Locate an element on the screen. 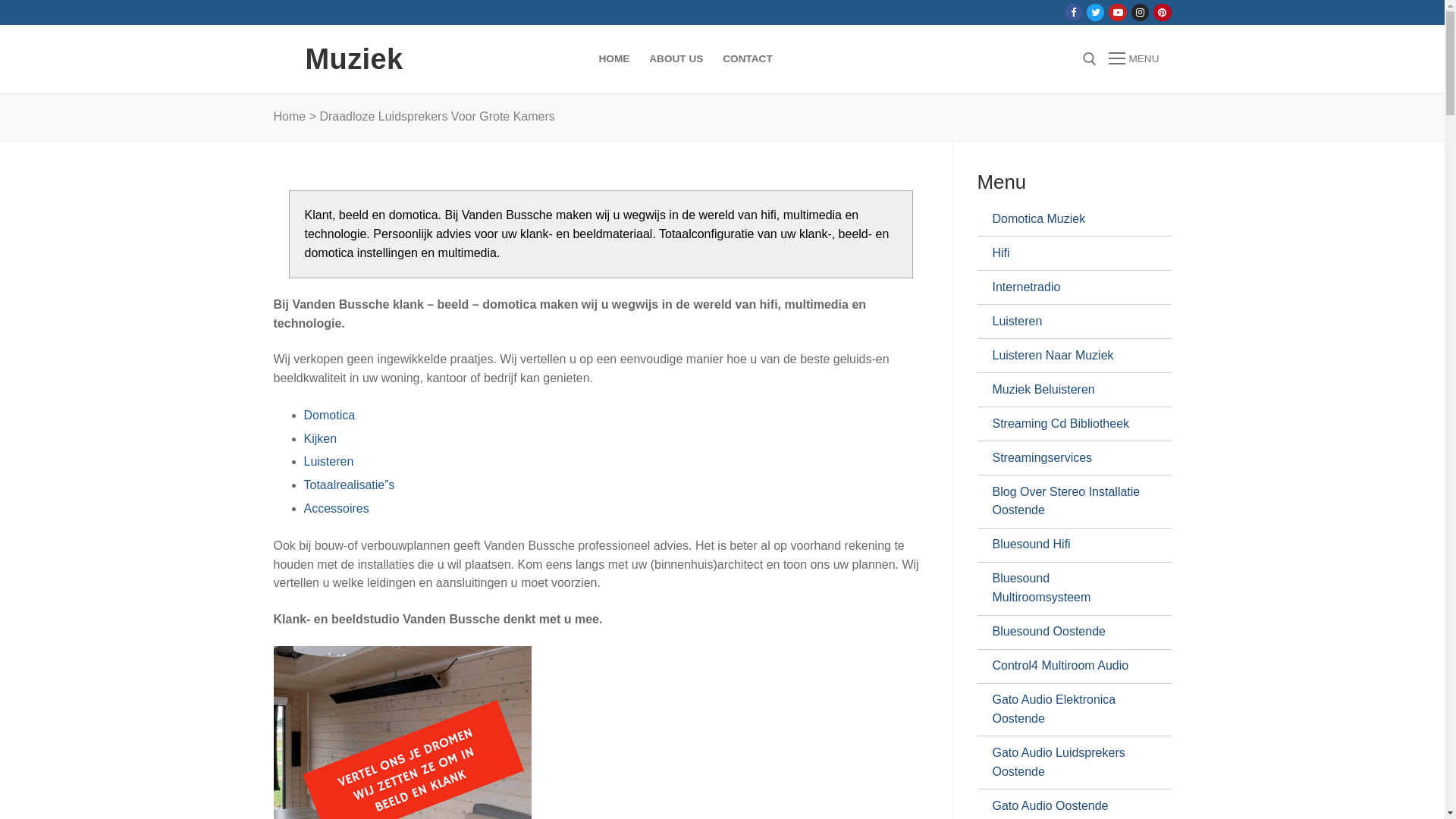 This screenshot has height=819, width=1456. 'Gato Audio Luidsprekers Oostende' is located at coordinates (1066, 762).